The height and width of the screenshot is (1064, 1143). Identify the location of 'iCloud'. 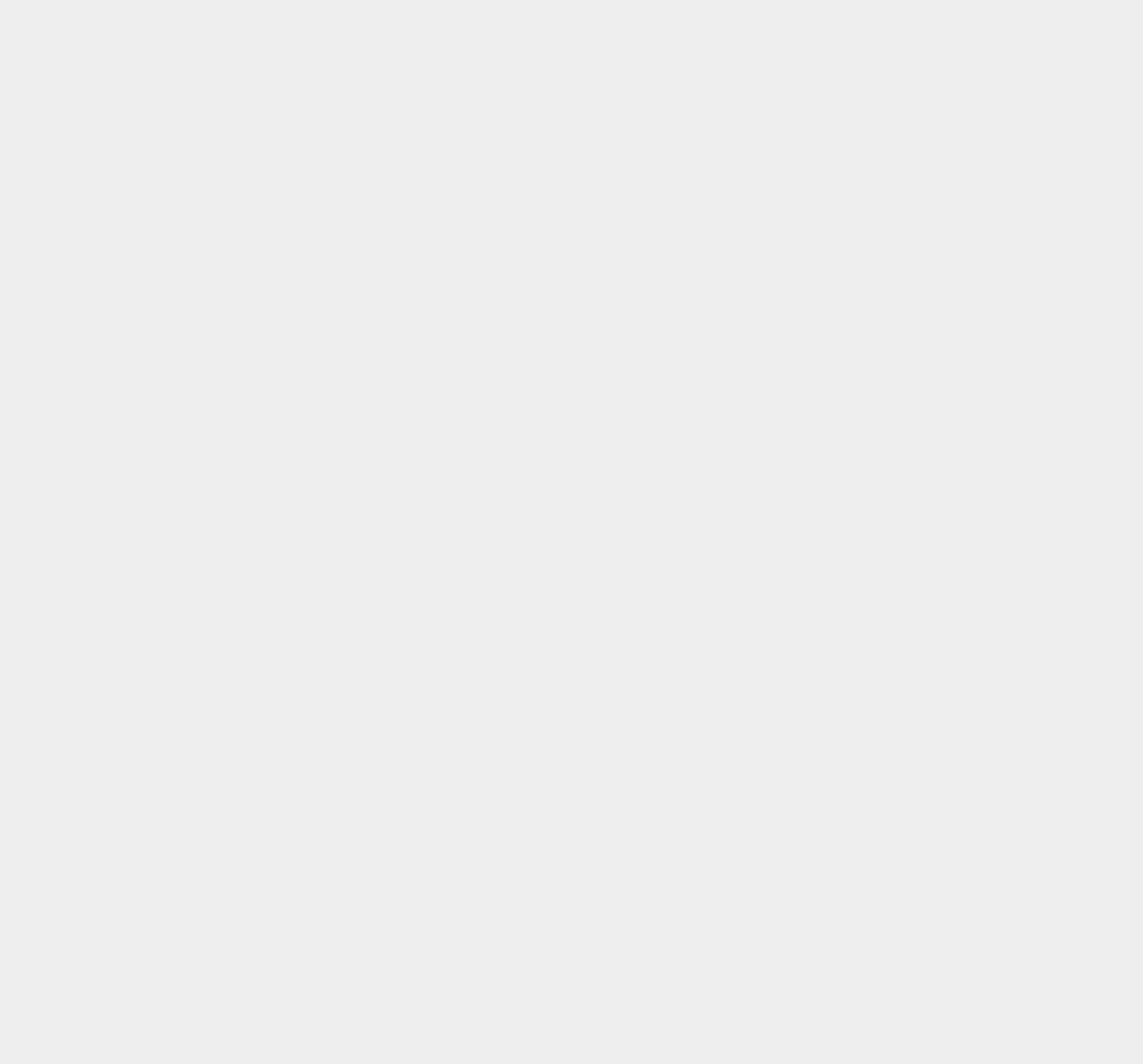
(826, 311).